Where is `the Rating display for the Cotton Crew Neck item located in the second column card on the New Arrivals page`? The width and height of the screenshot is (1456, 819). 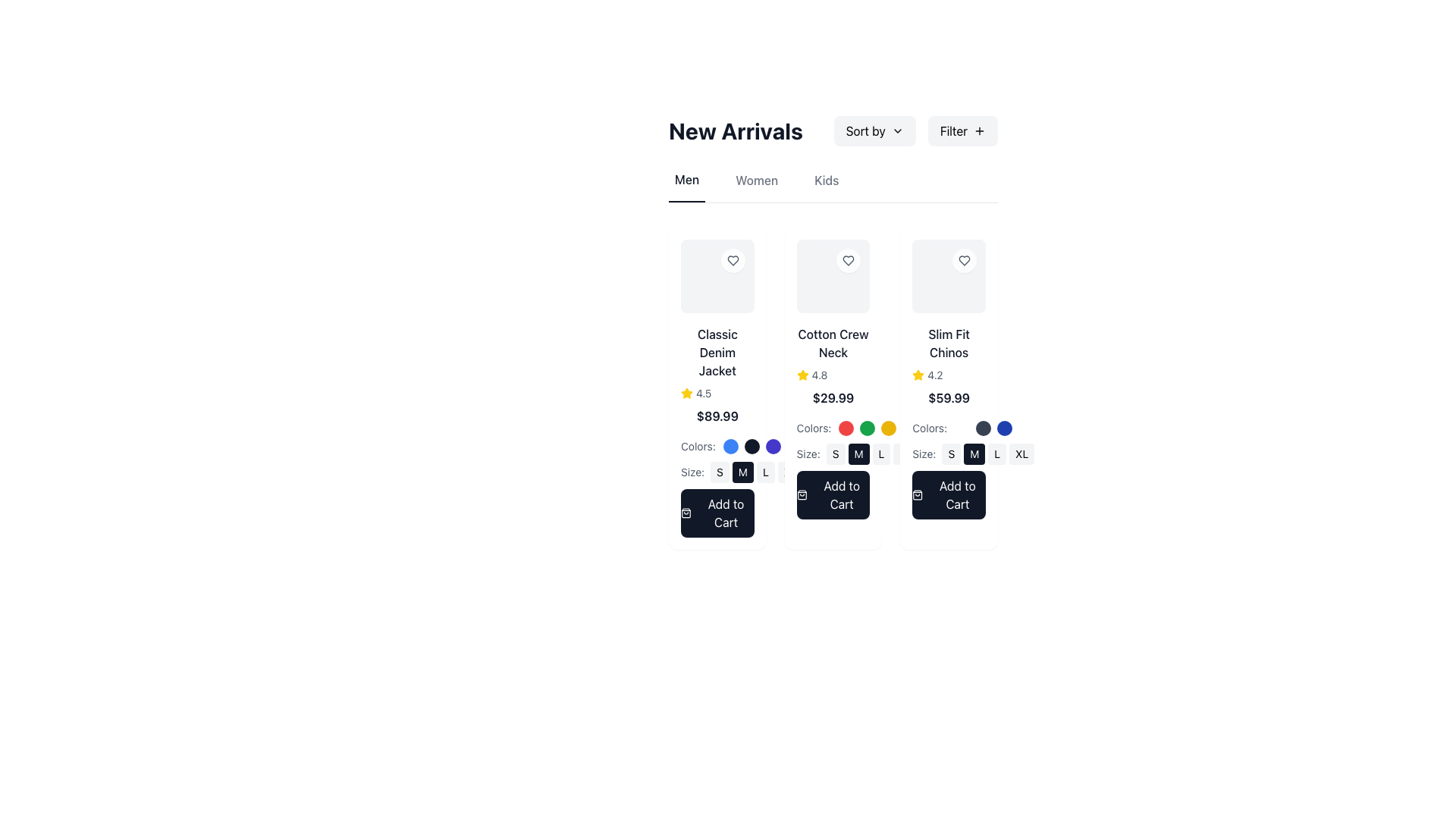
the Rating display for the Cotton Crew Neck item located in the second column card on the New Arrivals page is located at coordinates (833, 375).